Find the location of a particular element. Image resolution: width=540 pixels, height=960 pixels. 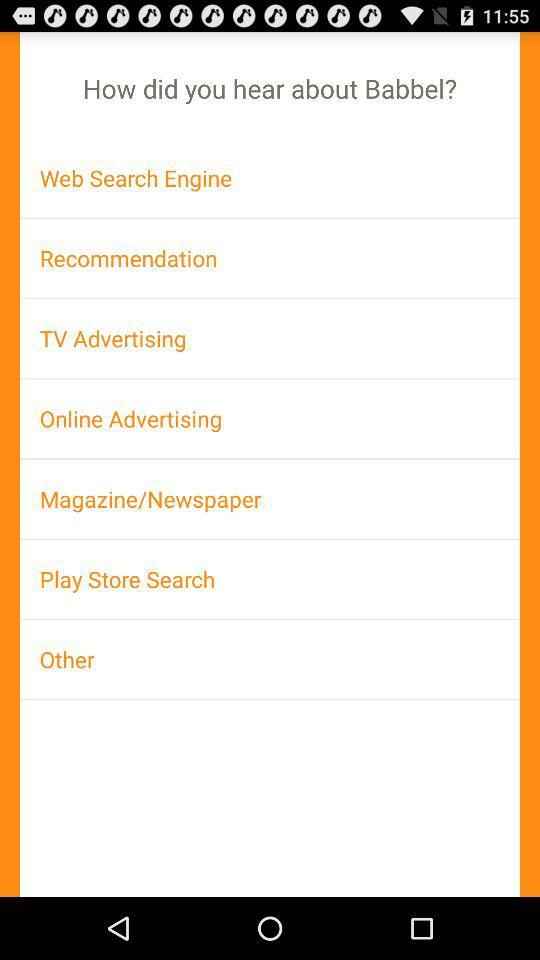

the online advertising is located at coordinates (270, 417).